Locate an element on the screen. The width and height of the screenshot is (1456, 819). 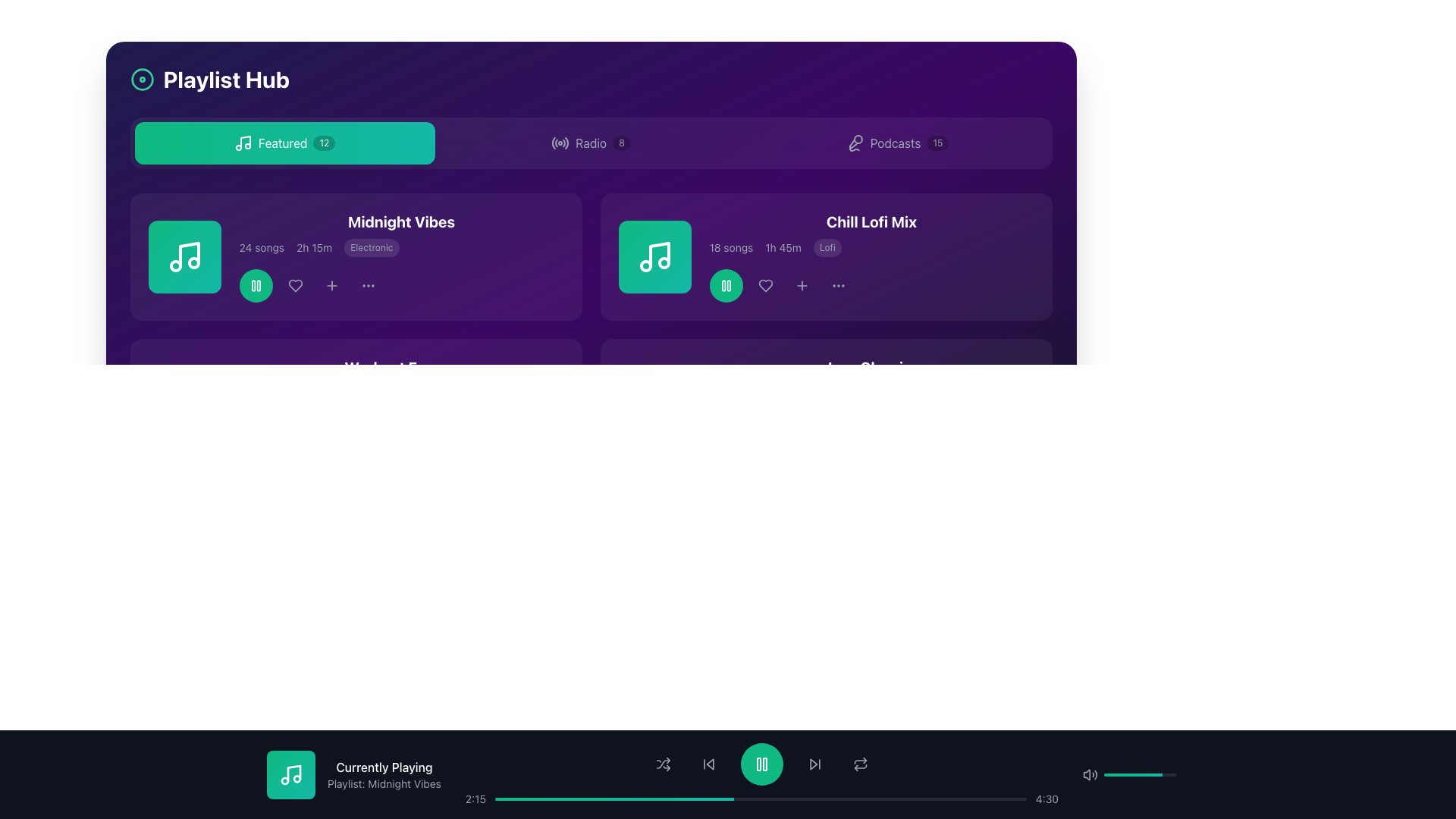
the first small SVG circle component within the music icon, which visually enhances the representation of the musical note is located at coordinates (175, 265).